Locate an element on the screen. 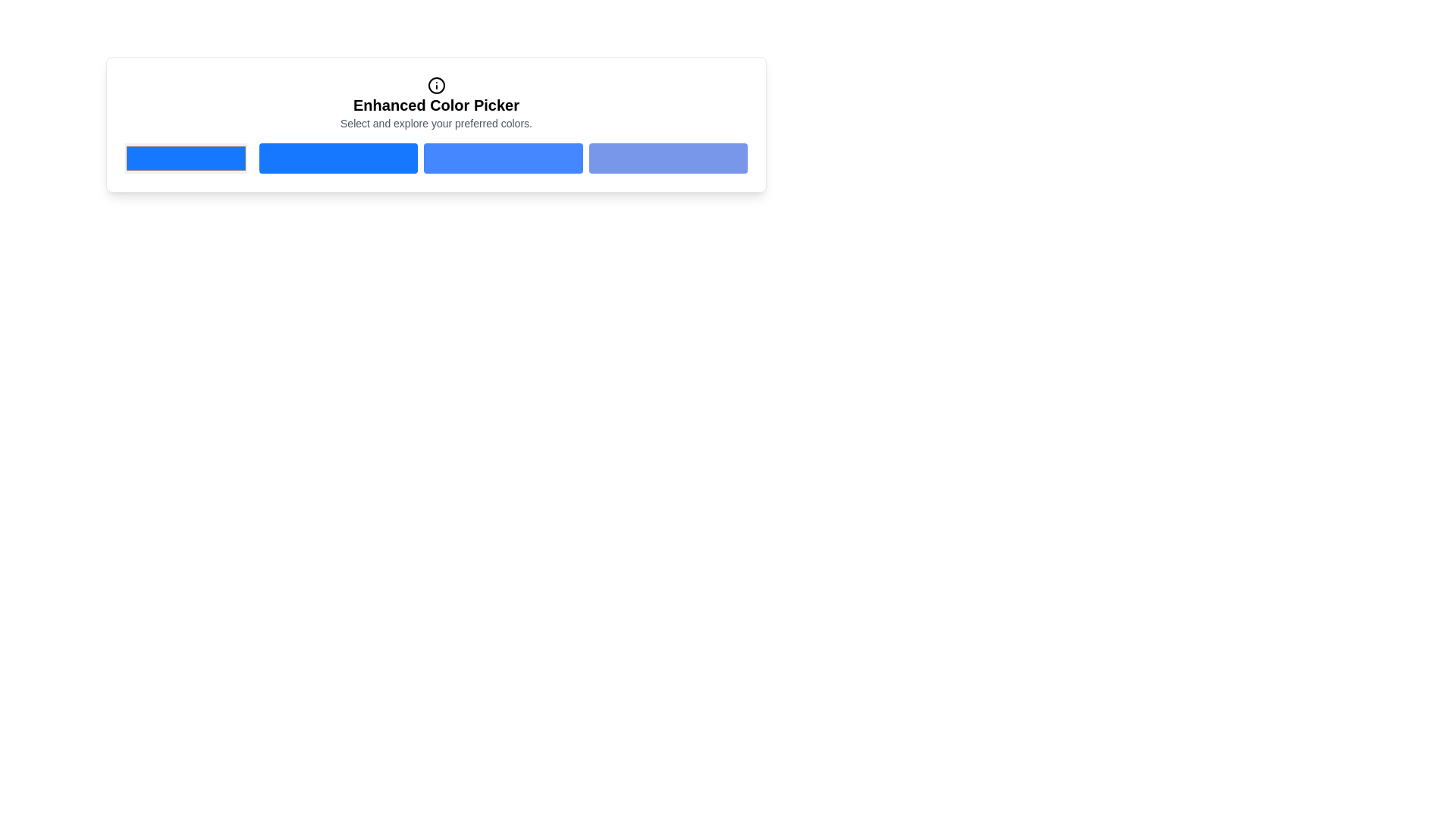 Image resolution: width=1456 pixels, height=819 pixels. the blue color selection box in the Enhanced Color Picker section is located at coordinates (185, 158).